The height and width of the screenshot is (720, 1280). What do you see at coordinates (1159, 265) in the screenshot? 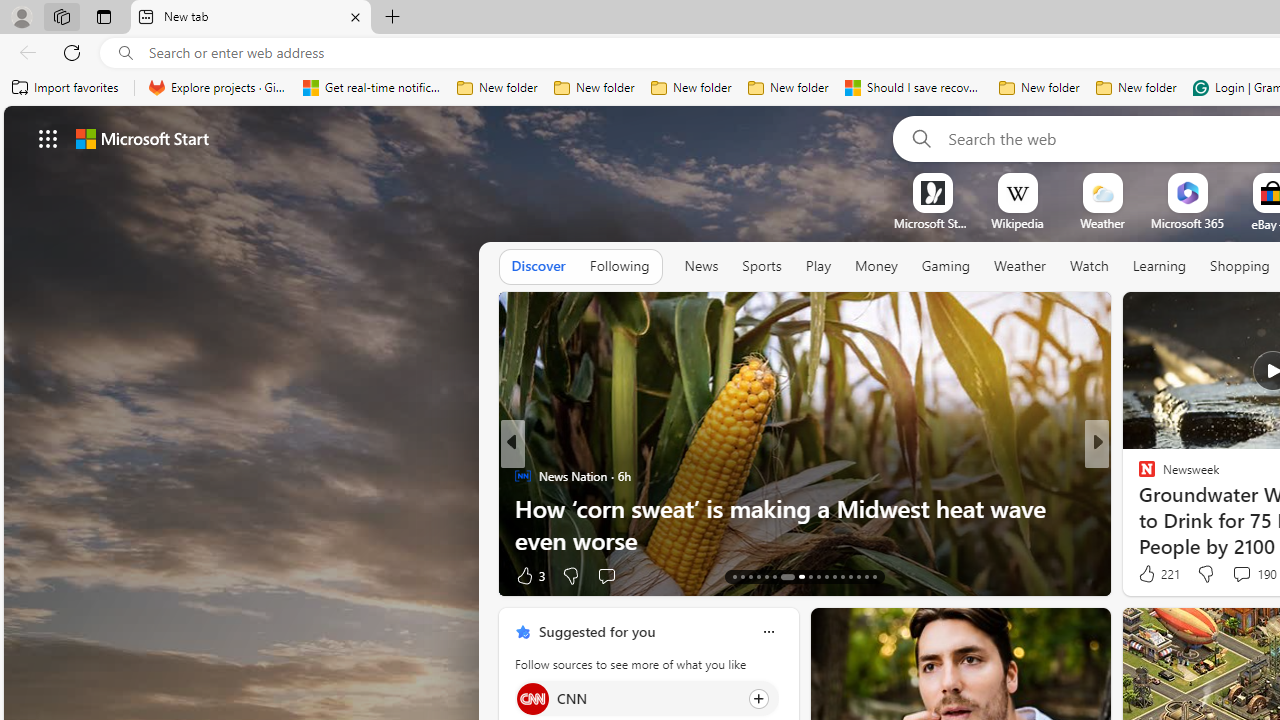
I see `'Learning'` at bounding box center [1159, 265].